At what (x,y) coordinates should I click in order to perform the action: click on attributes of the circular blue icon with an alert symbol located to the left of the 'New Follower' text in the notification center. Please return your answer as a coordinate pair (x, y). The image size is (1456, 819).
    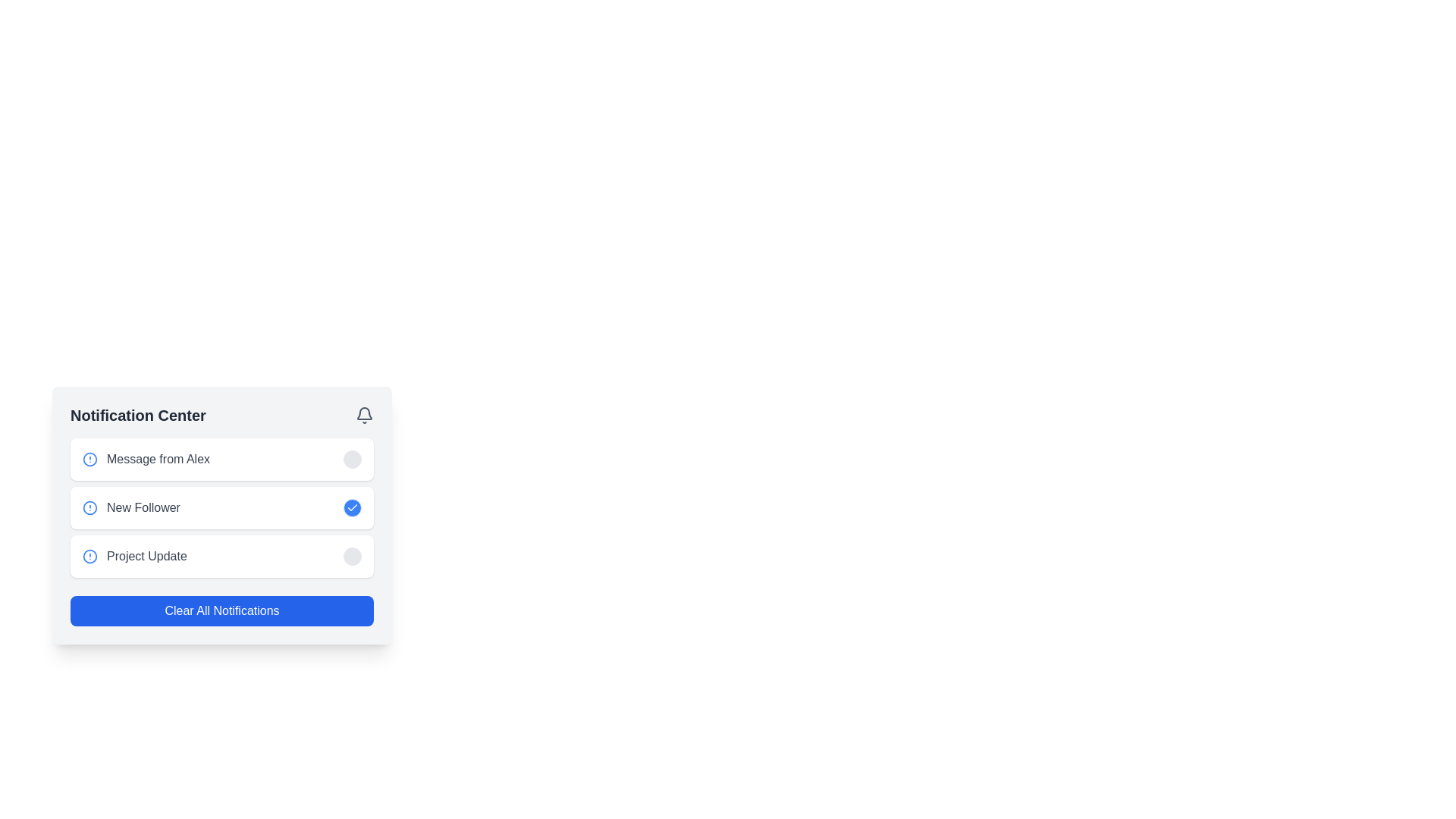
    Looking at the image, I should click on (89, 508).